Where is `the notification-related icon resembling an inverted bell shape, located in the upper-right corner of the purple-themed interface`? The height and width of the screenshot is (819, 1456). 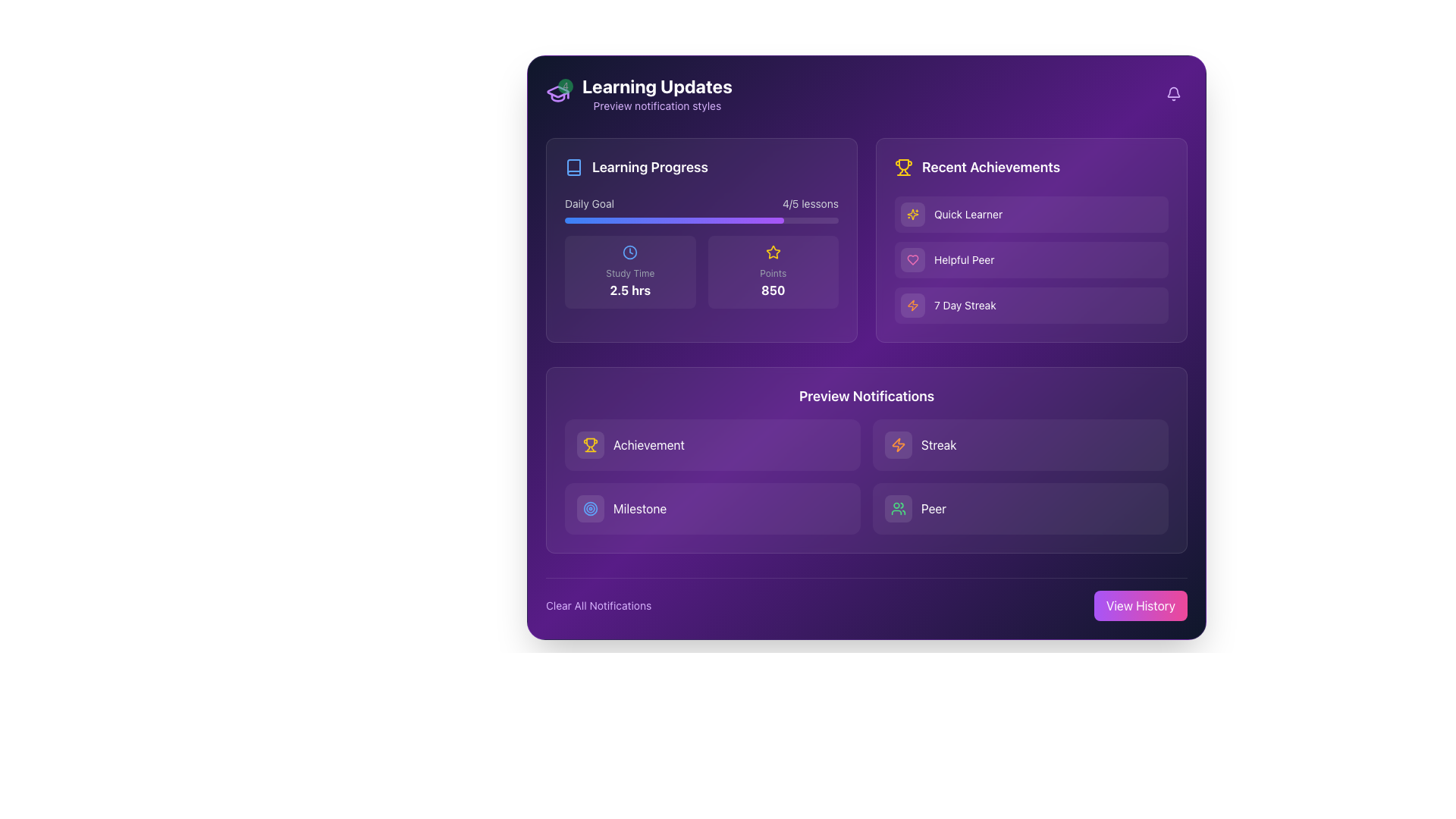 the notification-related icon resembling an inverted bell shape, located in the upper-right corner of the purple-themed interface is located at coordinates (1173, 92).